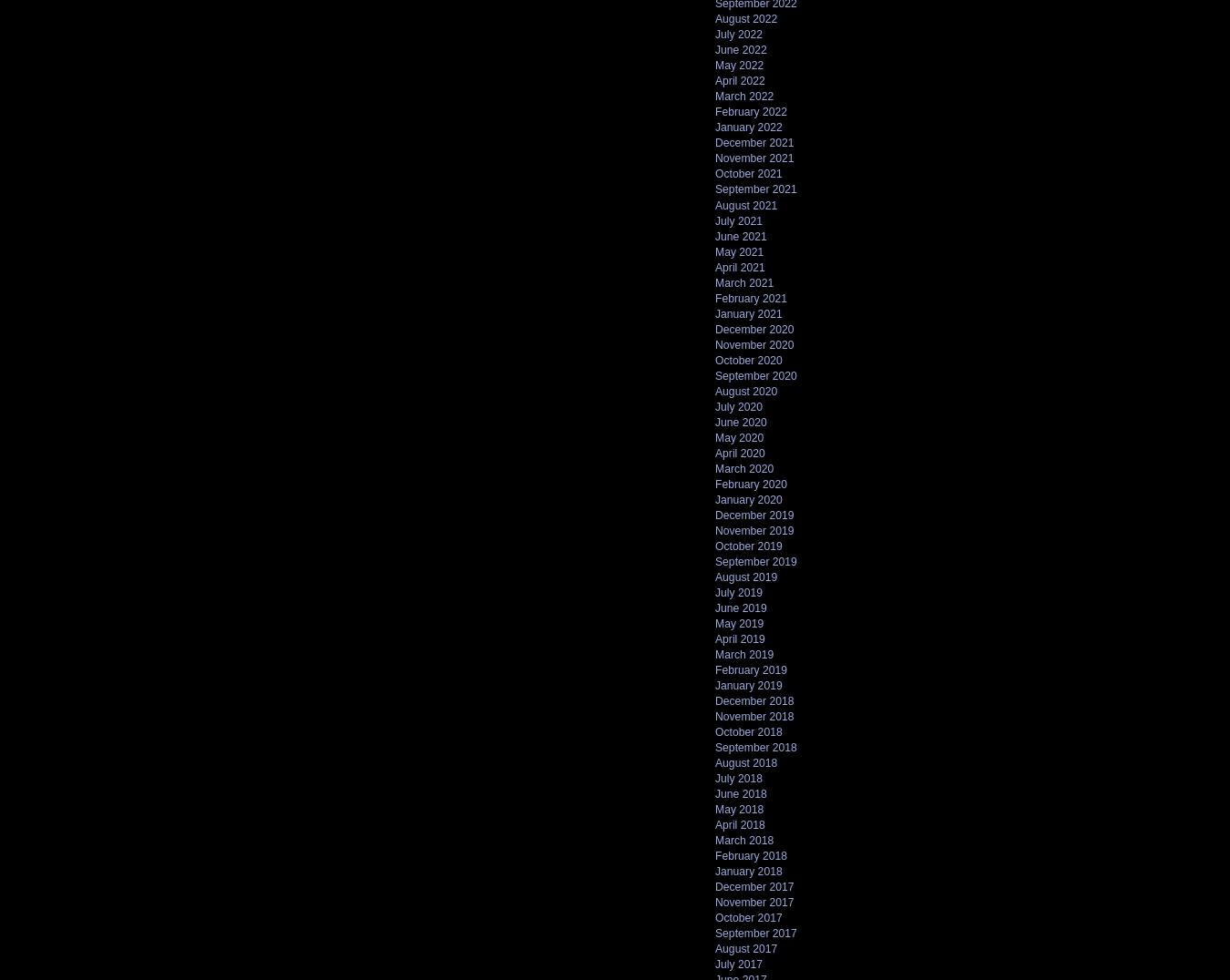  I want to click on 'September 2021', so click(755, 188).